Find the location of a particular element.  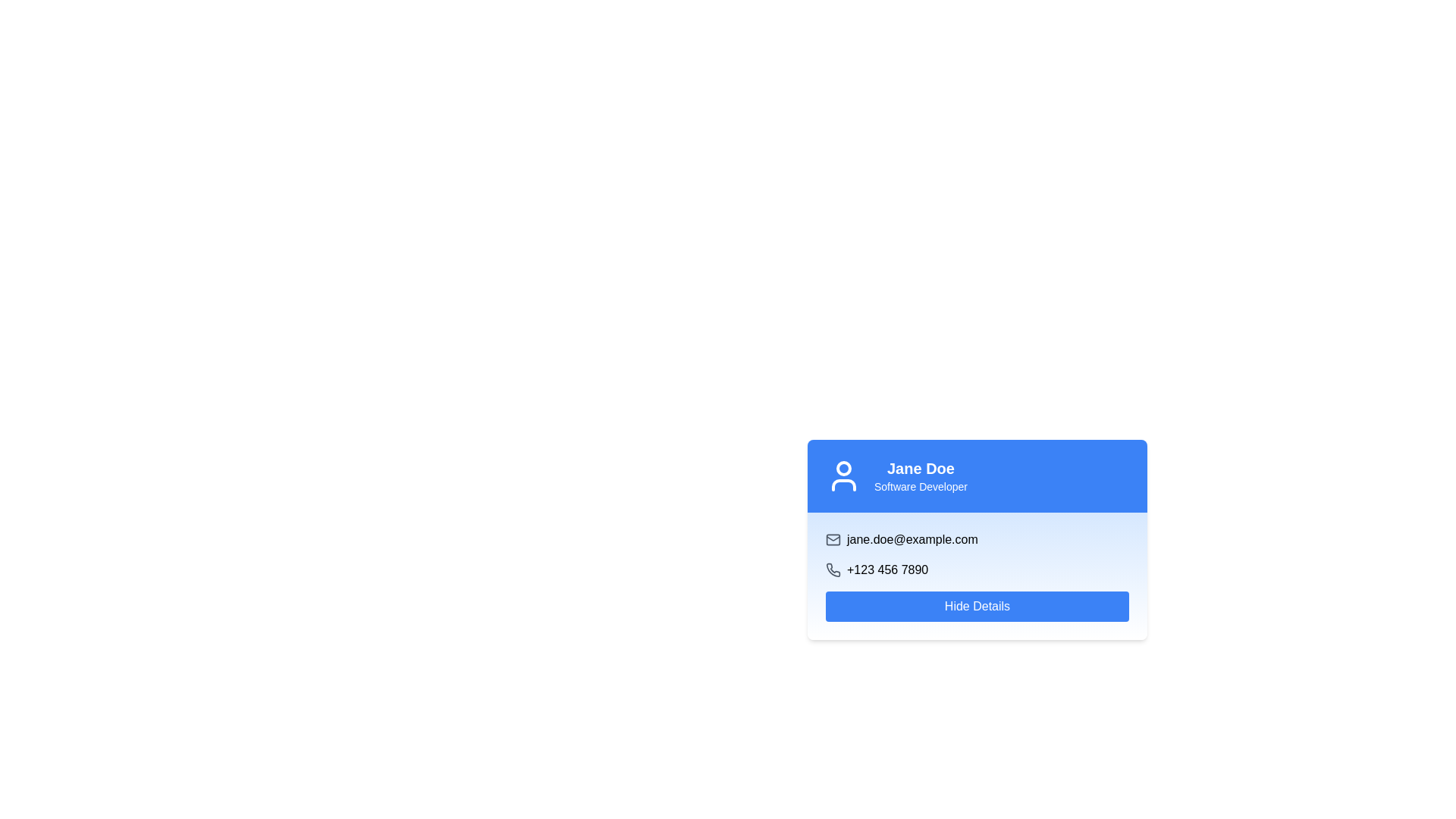

the text label displaying the name 'Jane Doe' in the upper segment of the blue section of the user profile card is located at coordinates (920, 467).